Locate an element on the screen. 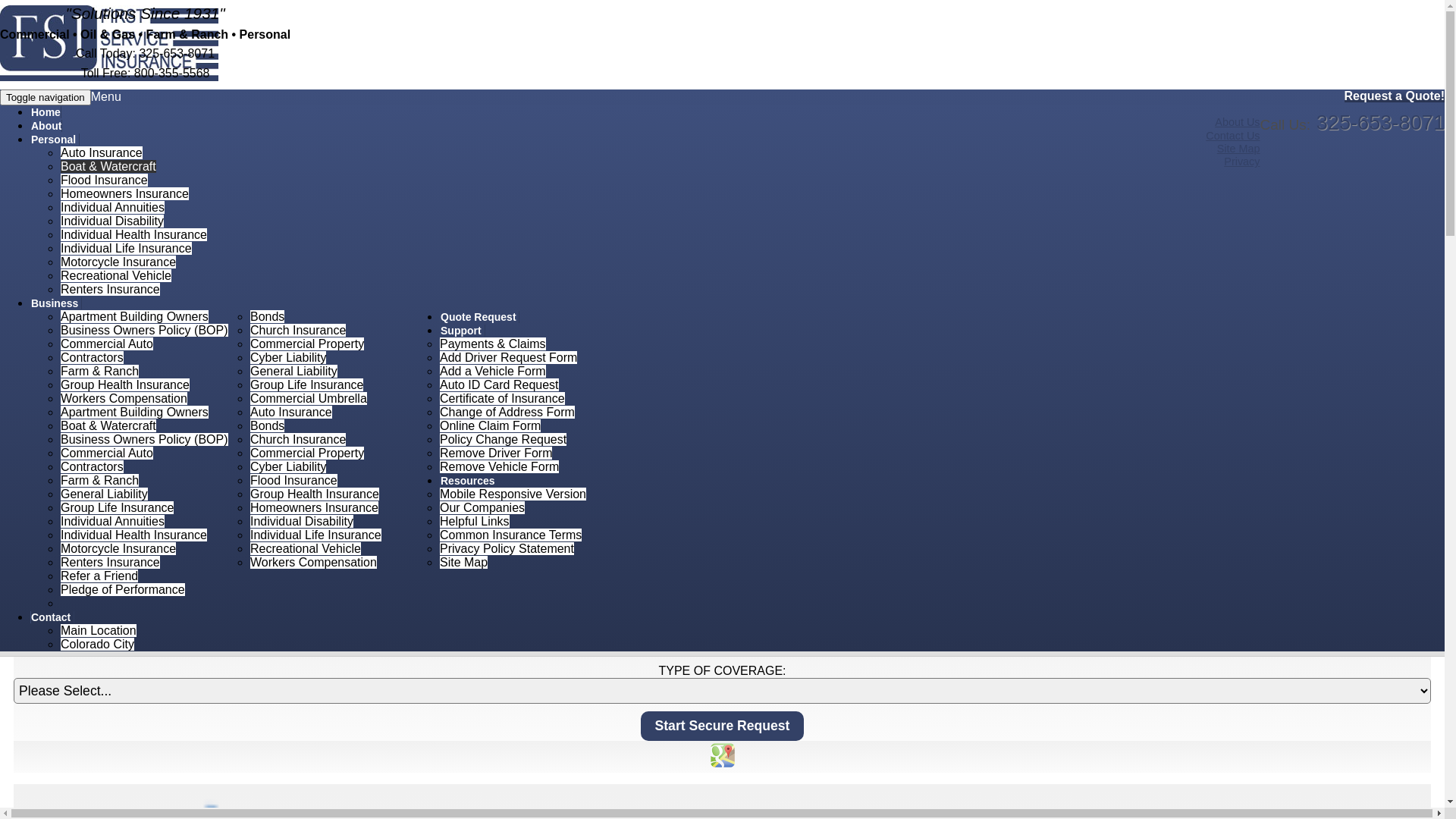 The width and height of the screenshot is (1456, 819). '325-653-8071' is located at coordinates (1380, 121).